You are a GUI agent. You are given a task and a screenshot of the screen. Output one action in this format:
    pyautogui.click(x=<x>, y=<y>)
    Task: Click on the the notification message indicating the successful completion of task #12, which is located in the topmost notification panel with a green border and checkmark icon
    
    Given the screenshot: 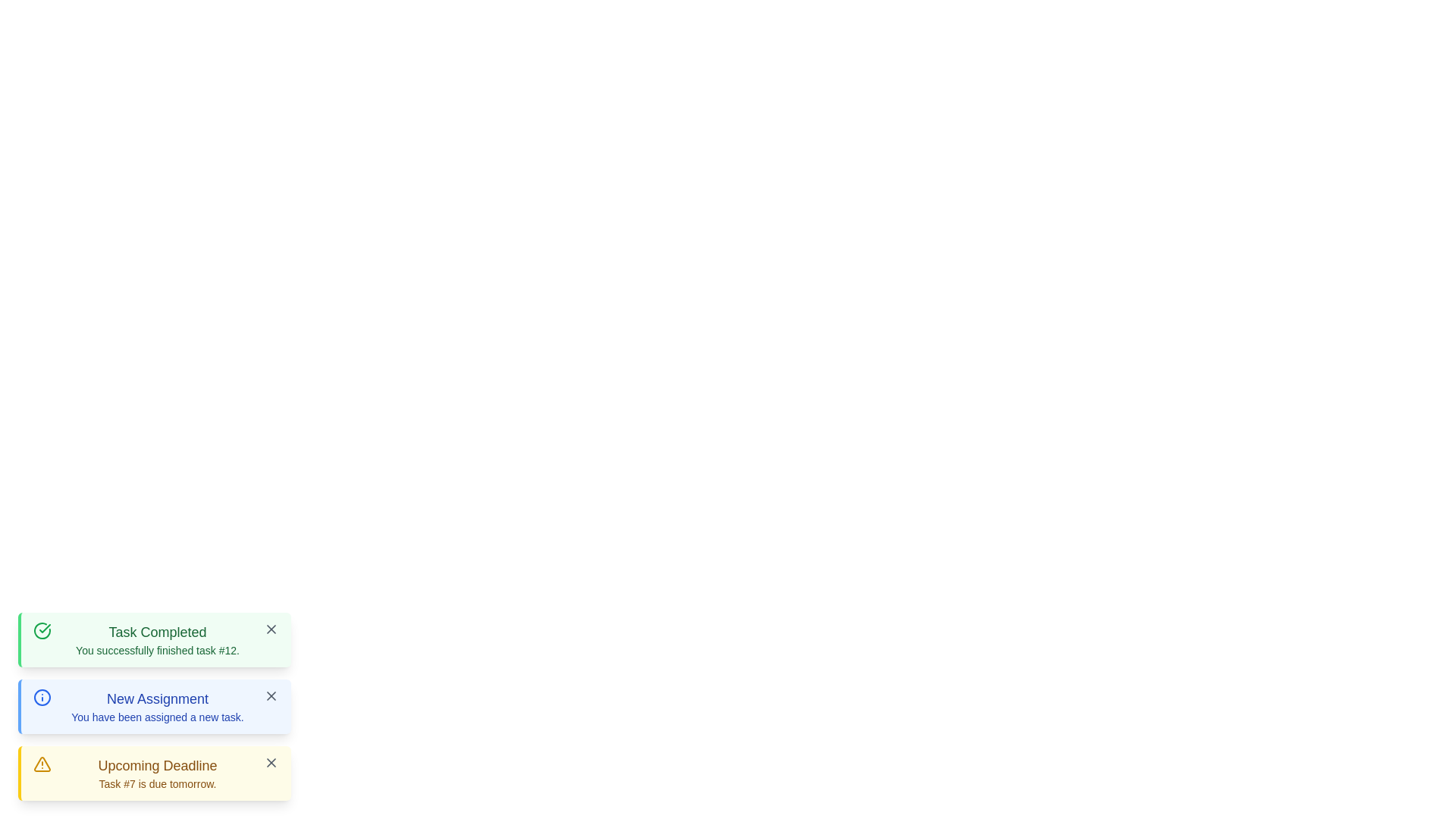 What is the action you would take?
    pyautogui.click(x=157, y=640)
    